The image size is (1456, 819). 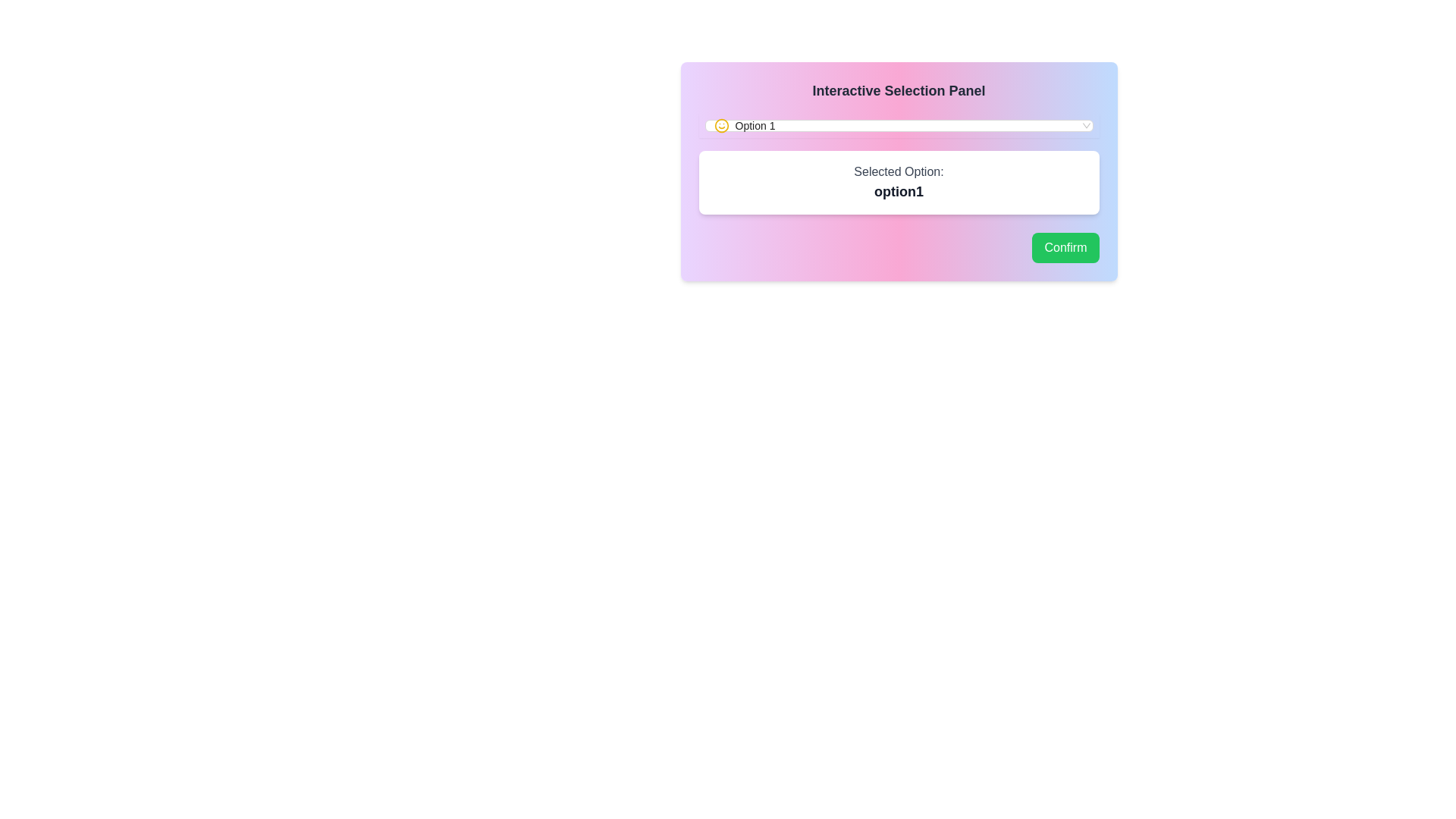 What do you see at coordinates (720, 124) in the screenshot?
I see `the decorative shape of the smiley face icon located on the left side of the 'Option 1' drop-down menu` at bounding box center [720, 124].